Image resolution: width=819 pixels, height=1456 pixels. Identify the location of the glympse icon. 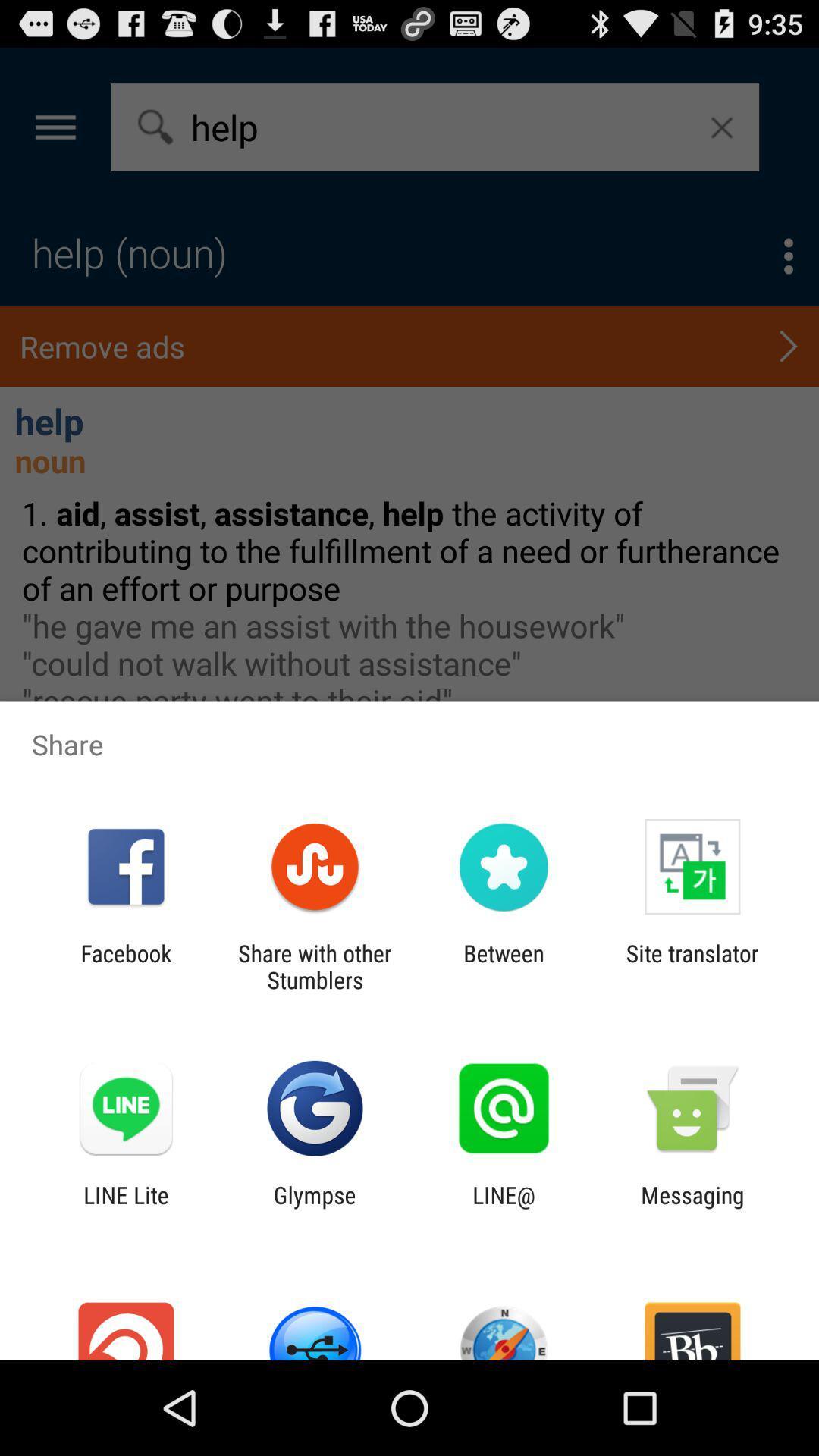
(314, 1207).